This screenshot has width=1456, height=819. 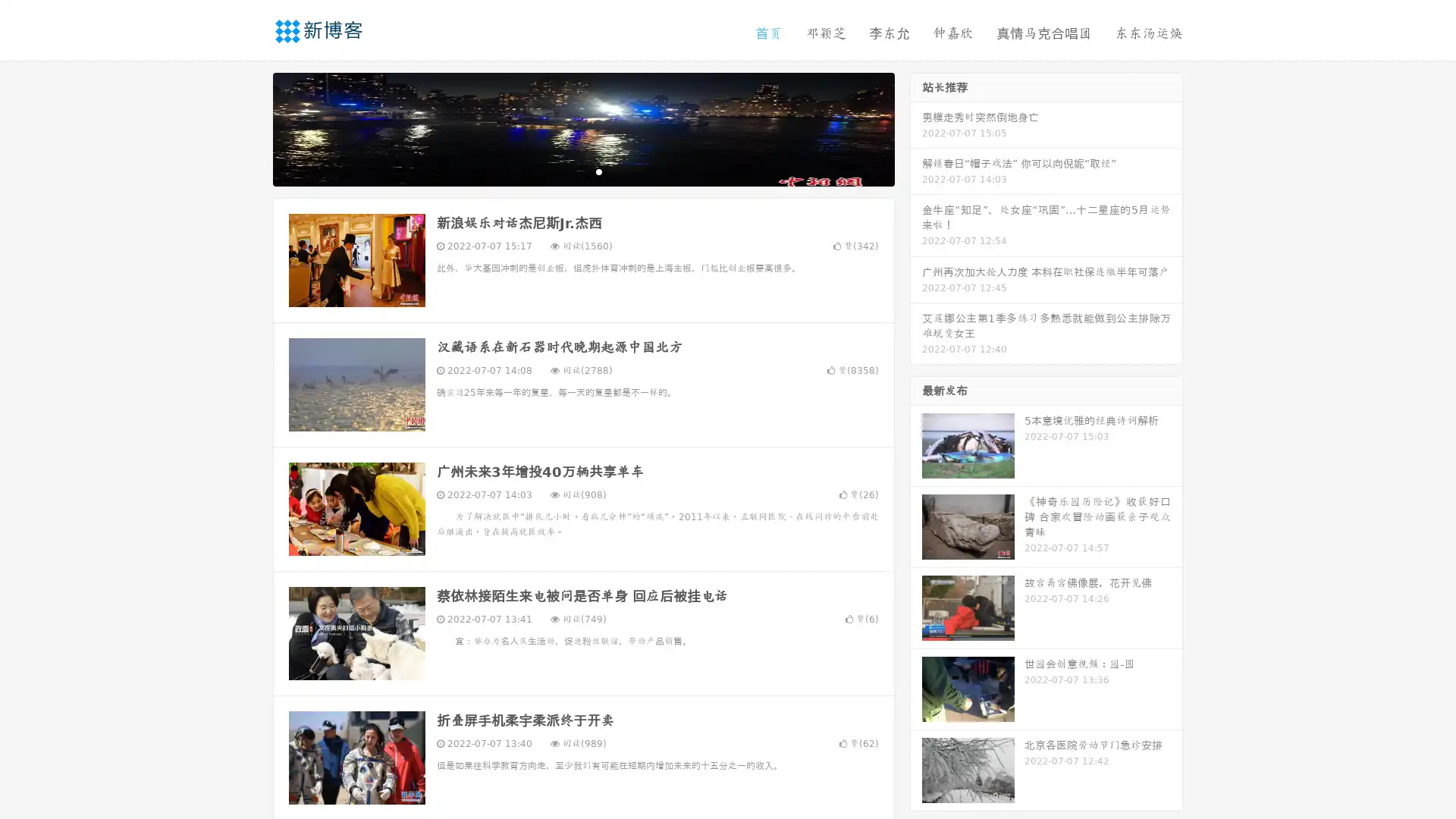 What do you see at coordinates (250, 127) in the screenshot?
I see `Previous slide` at bounding box center [250, 127].